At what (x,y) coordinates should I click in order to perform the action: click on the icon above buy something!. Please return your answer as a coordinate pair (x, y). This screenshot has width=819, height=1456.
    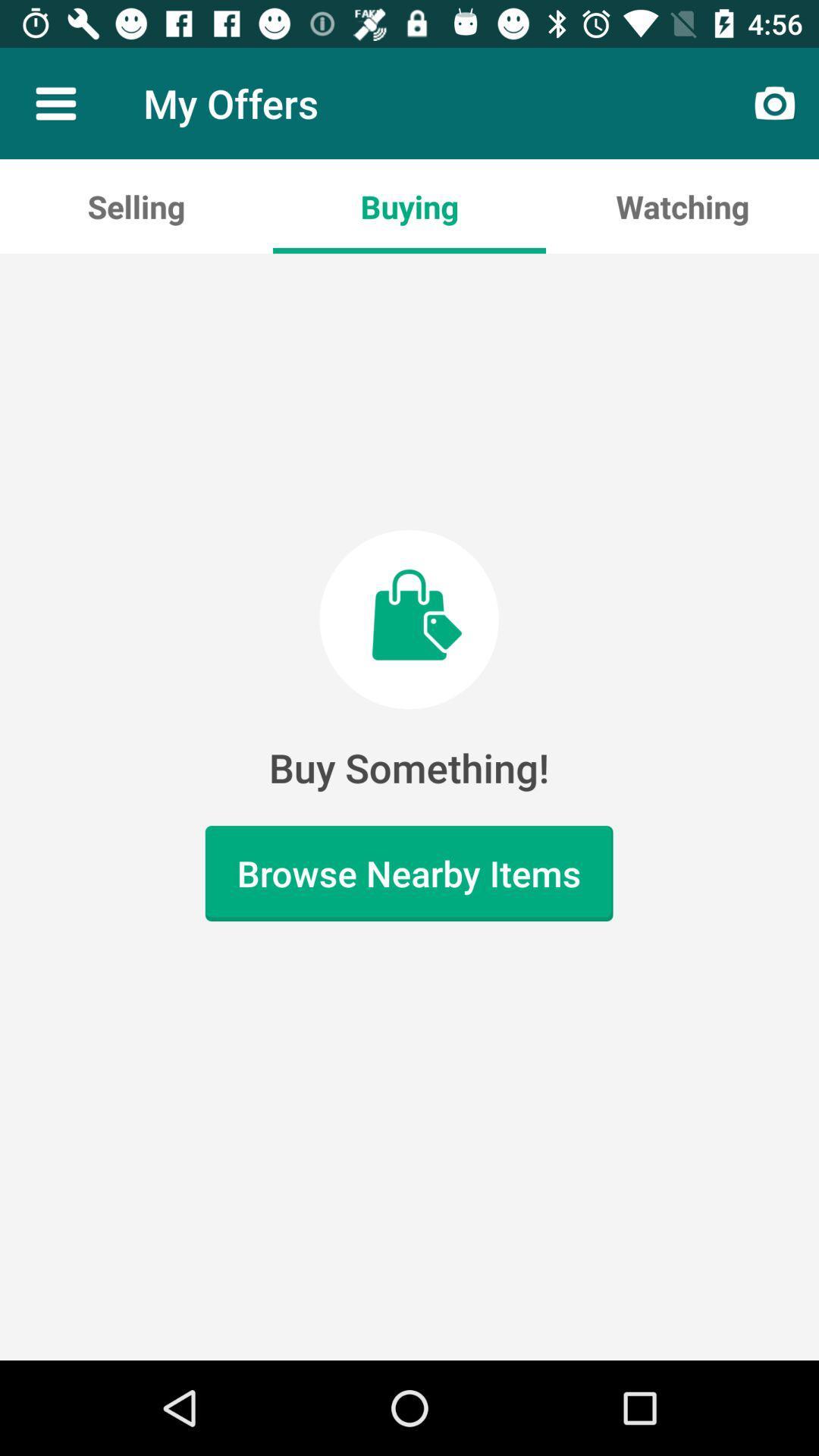
    Looking at the image, I should click on (136, 206).